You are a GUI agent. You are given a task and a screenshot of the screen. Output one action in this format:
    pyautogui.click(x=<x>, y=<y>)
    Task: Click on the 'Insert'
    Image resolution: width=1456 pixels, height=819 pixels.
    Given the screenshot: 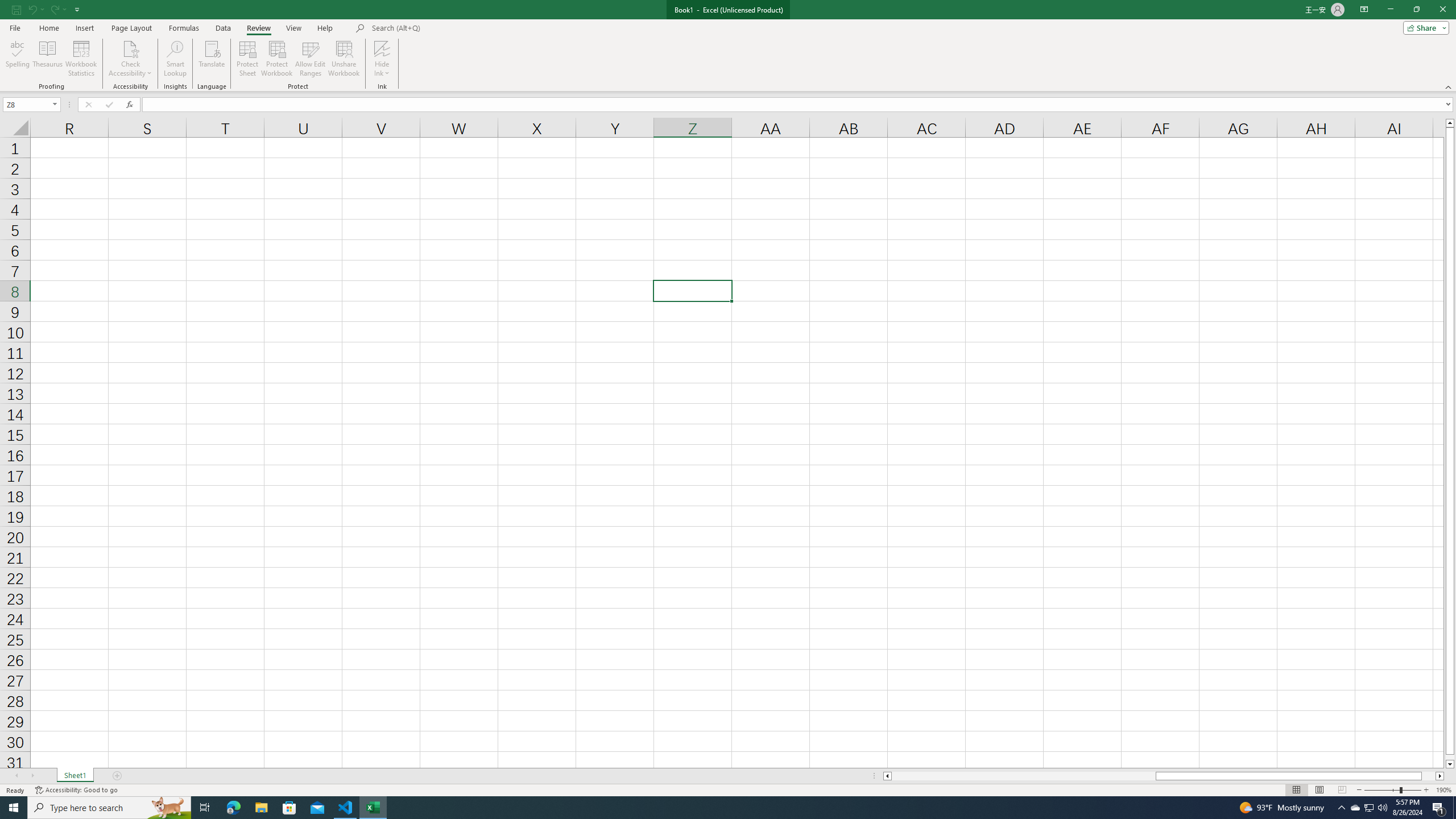 What is the action you would take?
    pyautogui.click(x=84, y=28)
    